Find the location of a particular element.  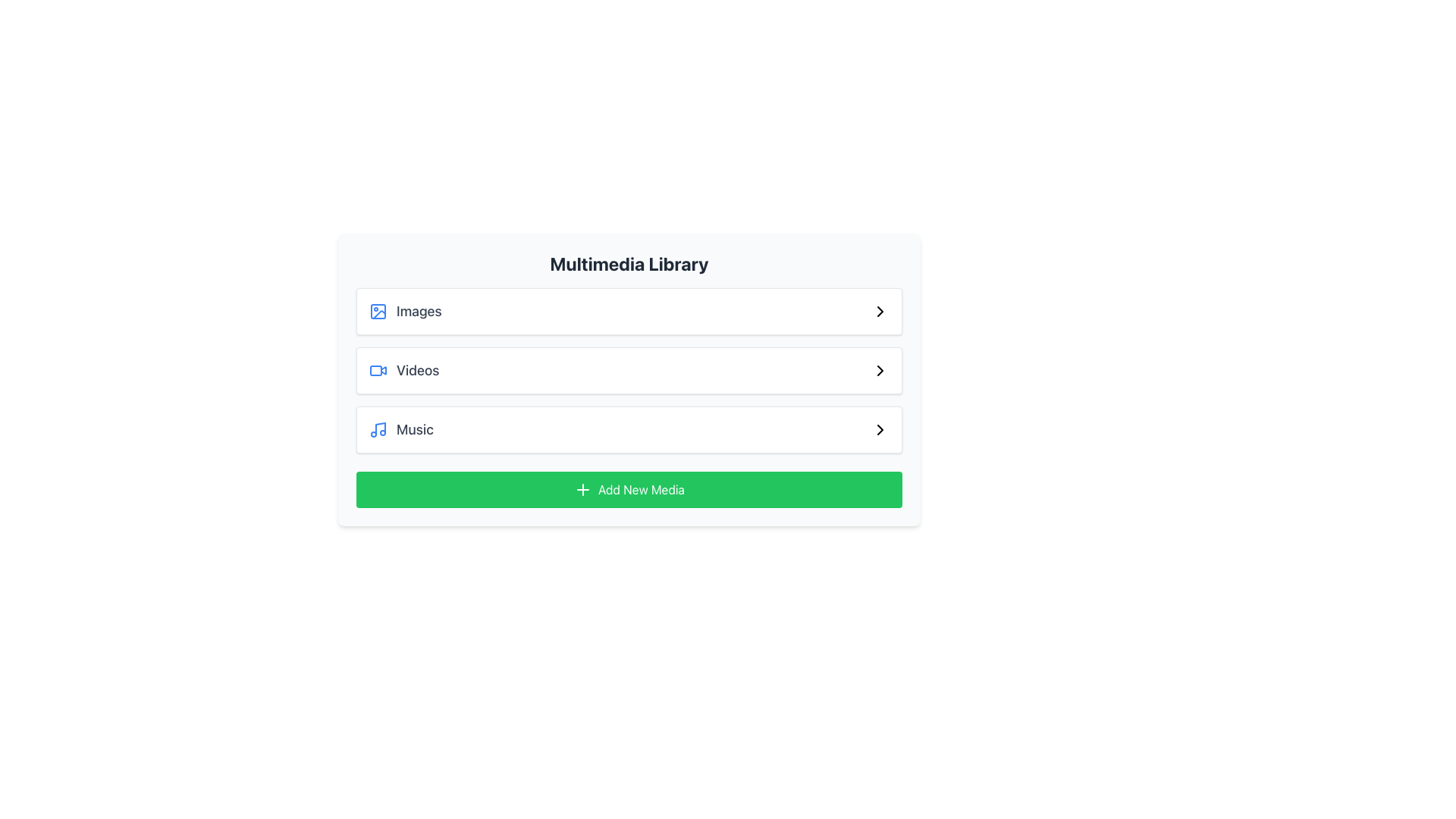

the 'Music' option in the 'Multimedia Library' section, which is the third item in a vertically stacked list, located between 'Videos' and 'Add New Media' is located at coordinates (401, 430).